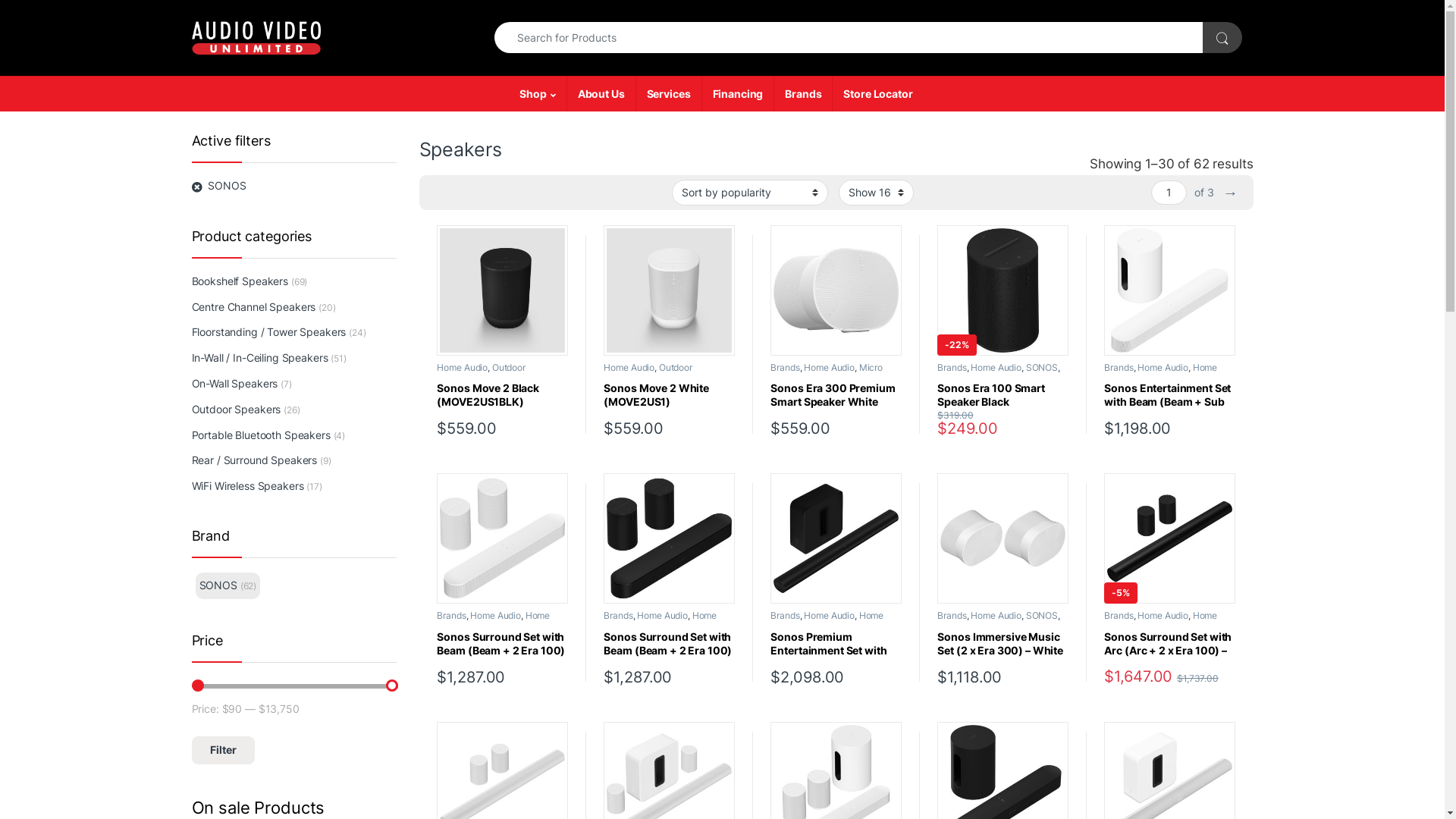 Image resolution: width=1456 pixels, height=819 pixels. I want to click on 'Shop', so click(537, 93).